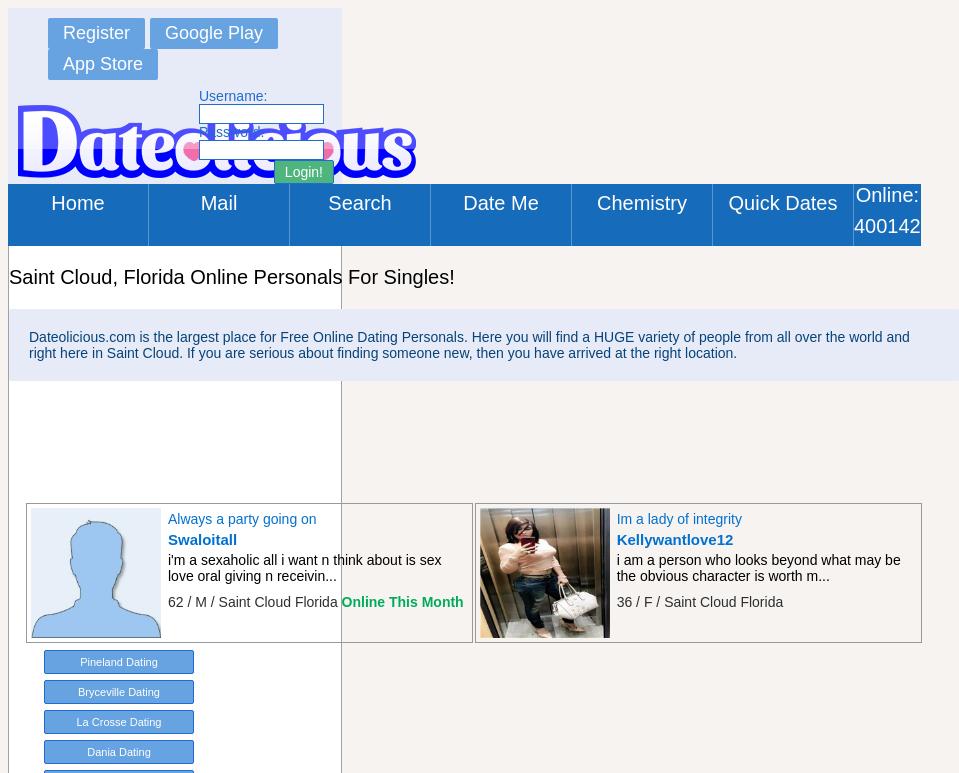 The width and height of the screenshot is (959, 773). I want to click on 'App Store', so click(102, 63).